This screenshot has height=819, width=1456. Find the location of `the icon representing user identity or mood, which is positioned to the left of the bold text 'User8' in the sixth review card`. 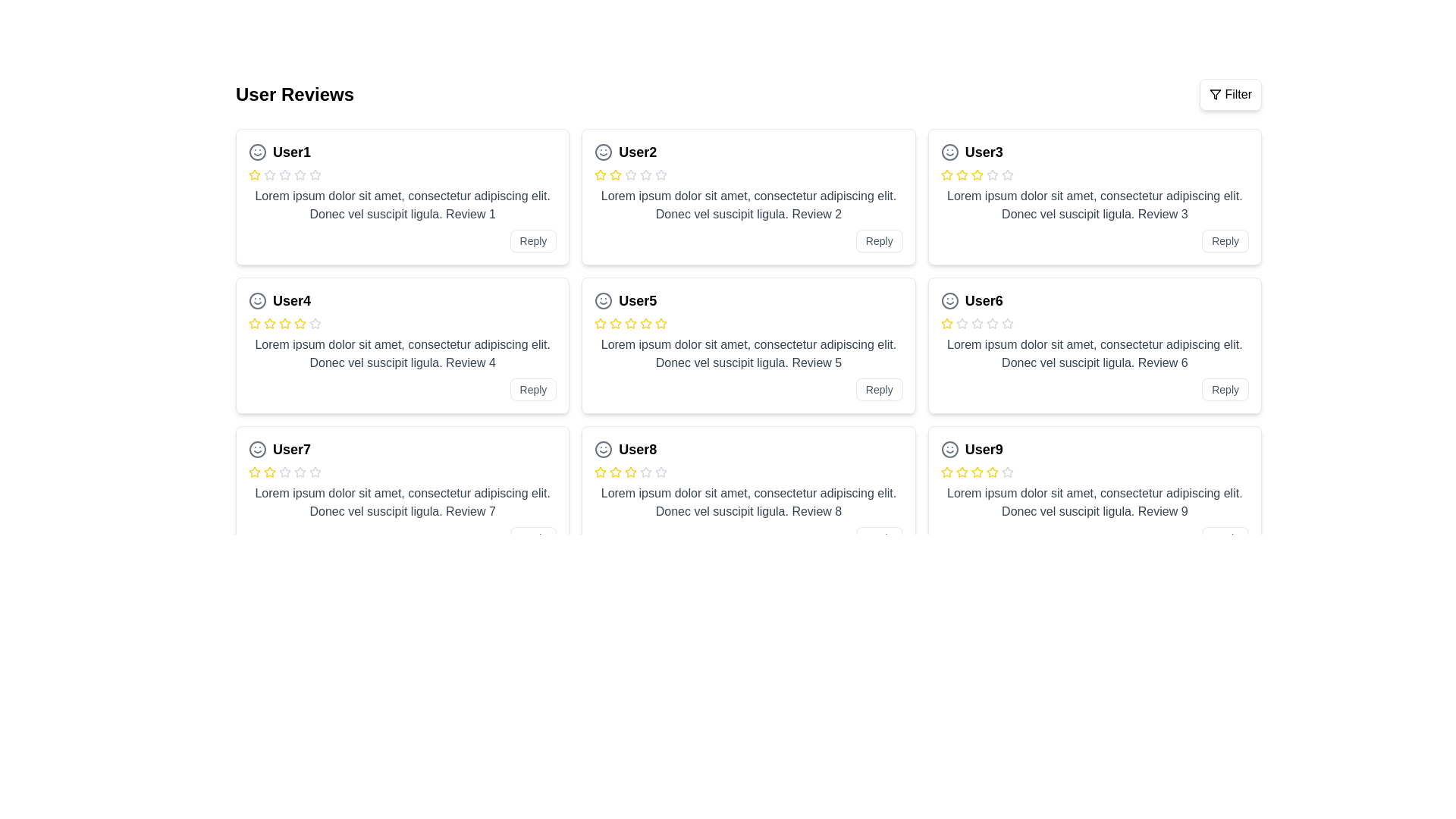

the icon representing user identity or mood, which is positioned to the left of the bold text 'User8' in the sixth review card is located at coordinates (603, 449).